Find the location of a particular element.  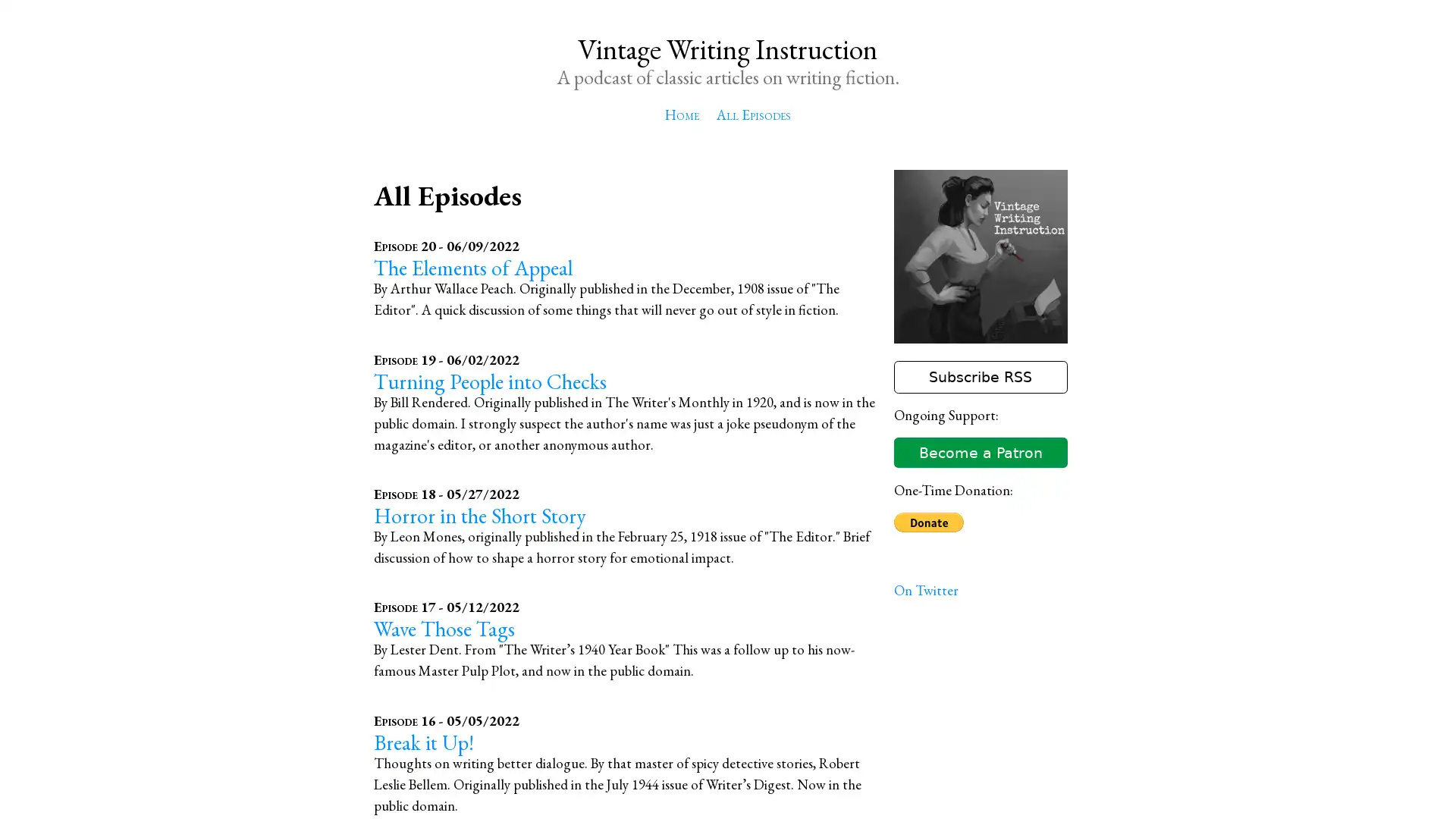

Donate with PayPal button is located at coordinates (927, 522).